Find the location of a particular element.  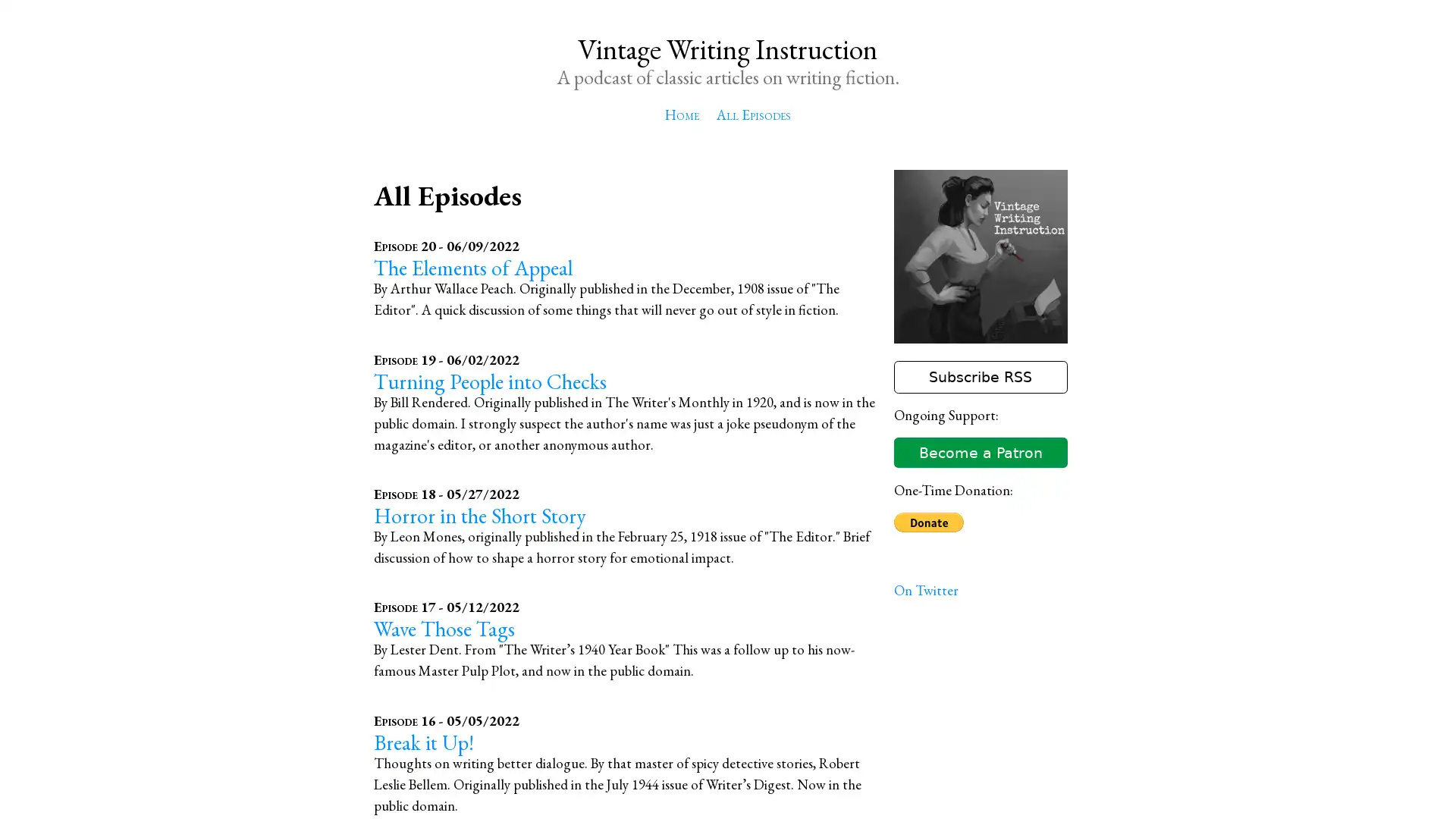

Donate with PayPal button is located at coordinates (927, 522).